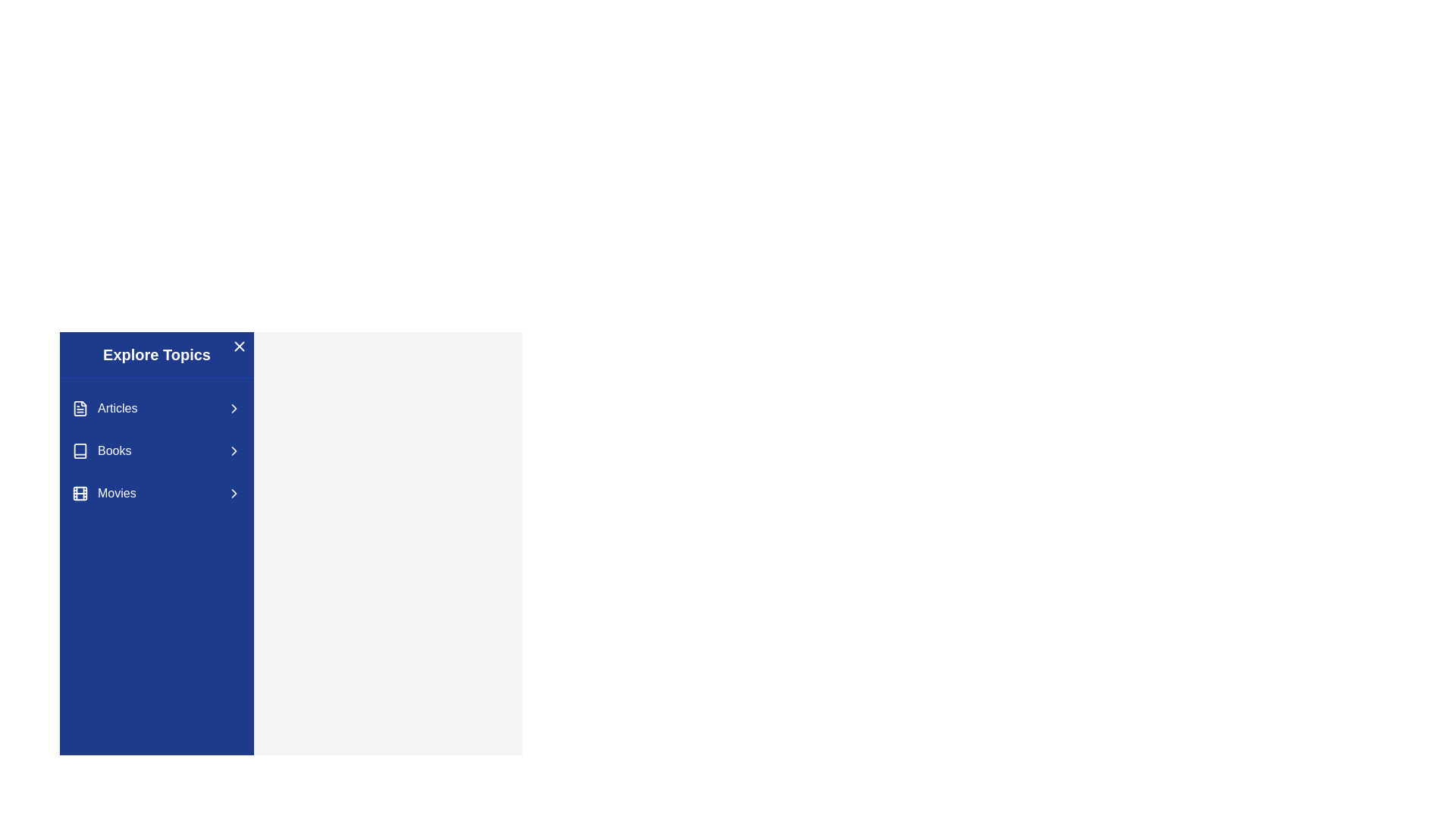 This screenshot has height=819, width=1456. Describe the element at coordinates (233, 494) in the screenshot. I see `the small rightward-pointing arrow icon located to the right of the 'Movies' option in the sidebar navigation menu to focus on it` at that location.